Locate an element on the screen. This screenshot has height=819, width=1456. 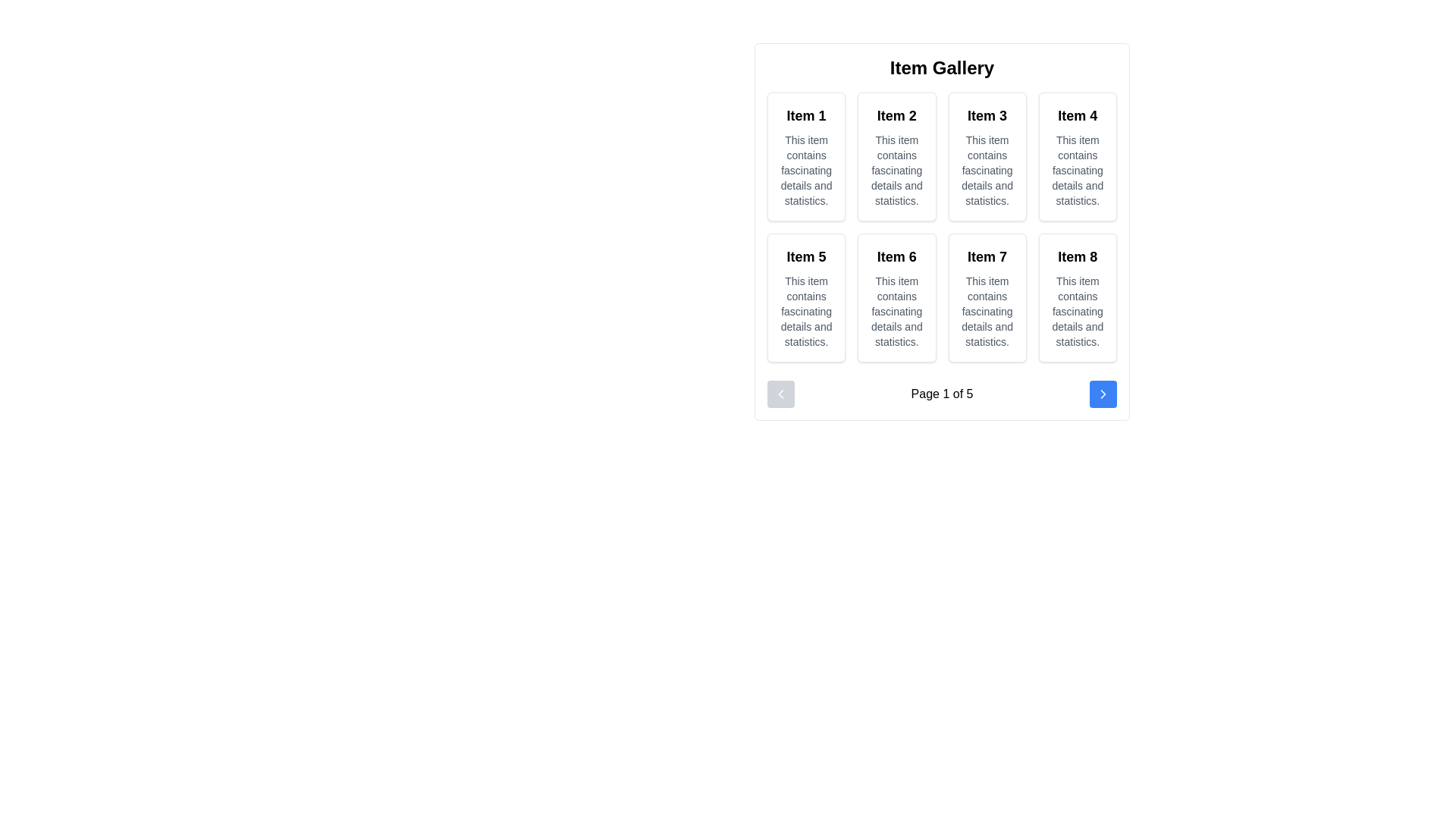
the text content of the Text Display located in the second line of the card titled 'Item 3' in the top-right segment of the grid layout is located at coordinates (987, 170).